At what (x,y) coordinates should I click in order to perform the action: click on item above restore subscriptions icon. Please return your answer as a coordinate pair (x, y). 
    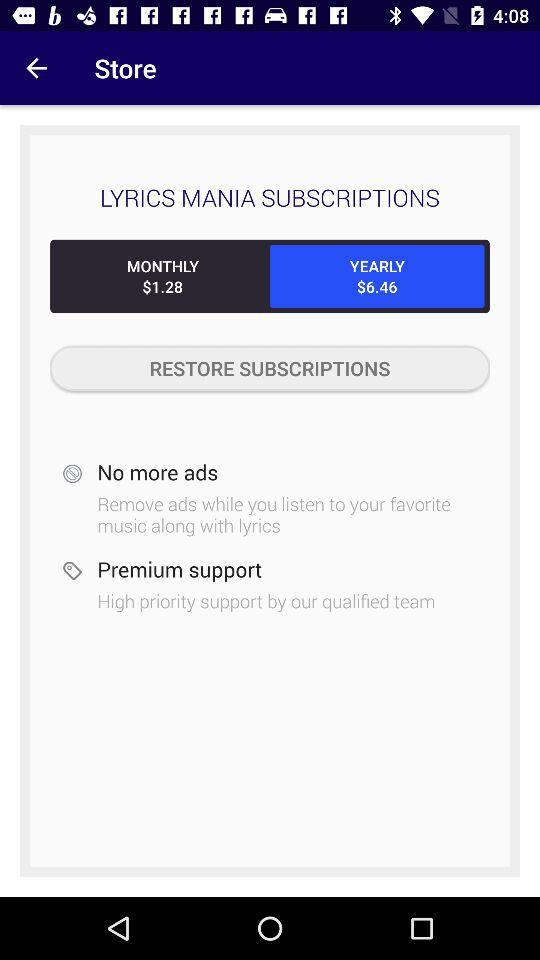
    Looking at the image, I should click on (377, 275).